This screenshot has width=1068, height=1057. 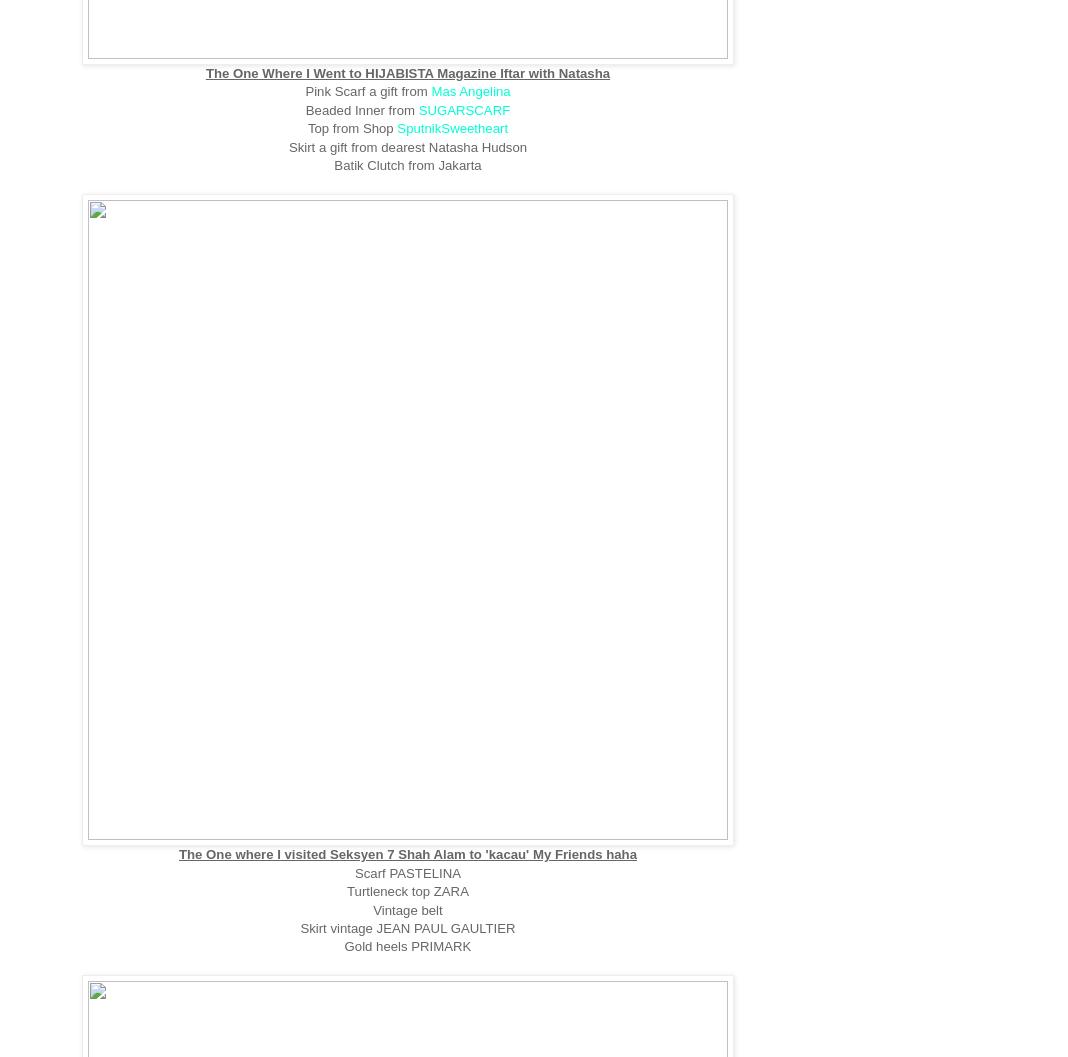 I want to click on 'Gold heels PRIMARK', so click(x=407, y=946).